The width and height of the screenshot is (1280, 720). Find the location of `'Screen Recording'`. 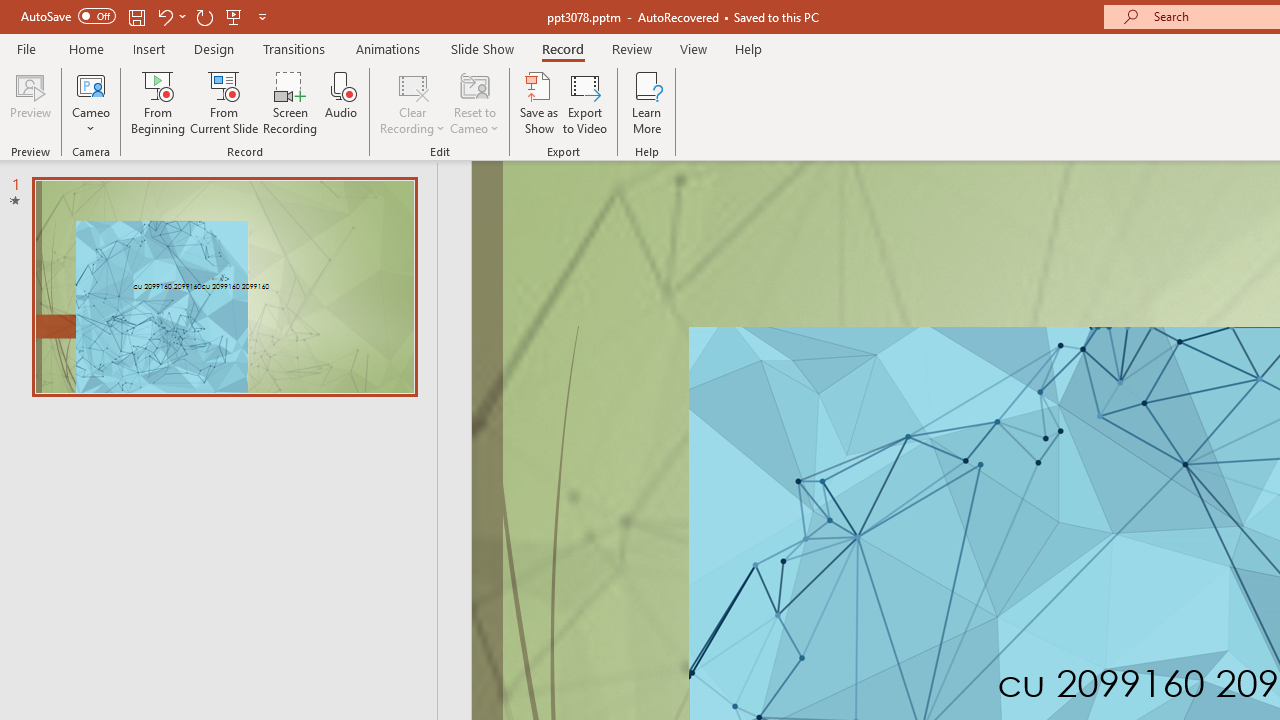

'Screen Recording' is located at coordinates (289, 103).